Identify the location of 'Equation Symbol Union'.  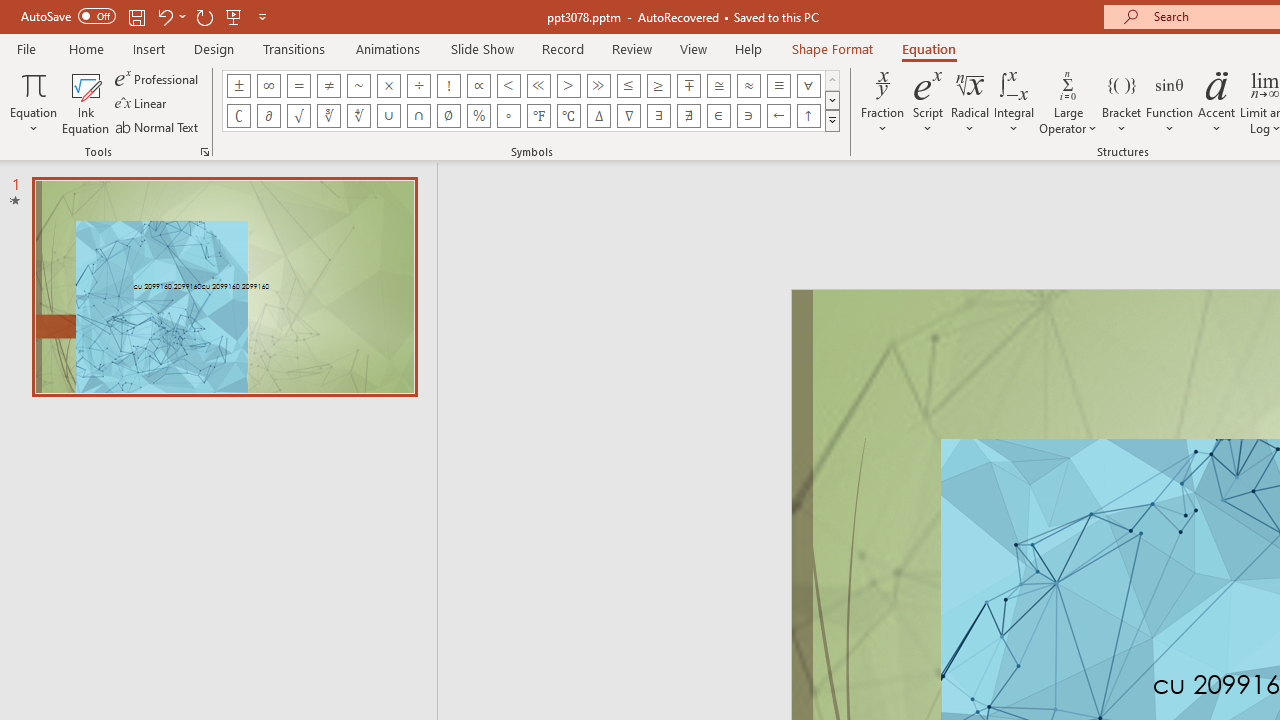
(389, 115).